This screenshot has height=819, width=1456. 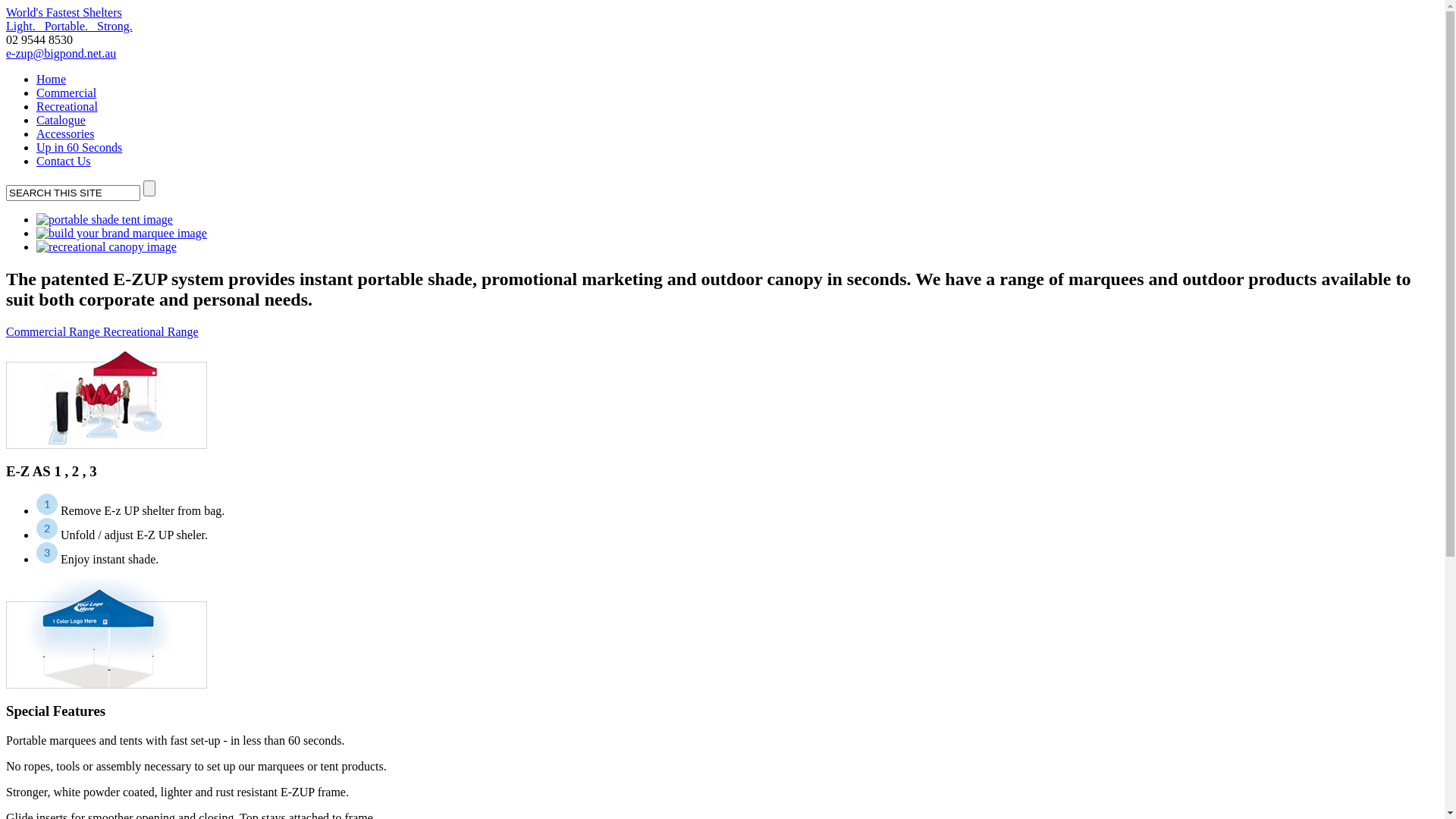 I want to click on 'Up in 60 Seconds', so click(x=78, y=147).